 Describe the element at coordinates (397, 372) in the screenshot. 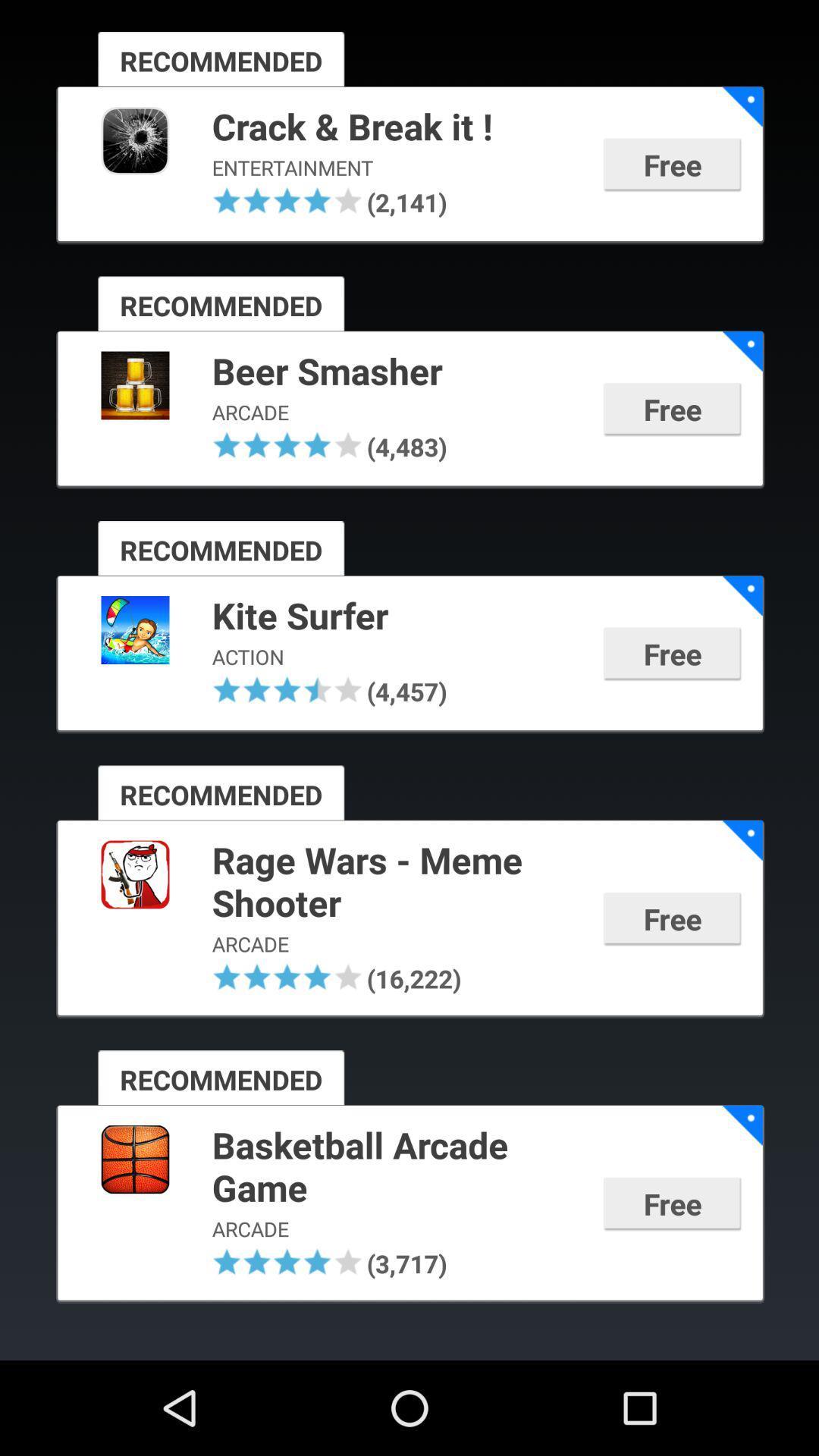

I see `the app above arcade app` at that location.